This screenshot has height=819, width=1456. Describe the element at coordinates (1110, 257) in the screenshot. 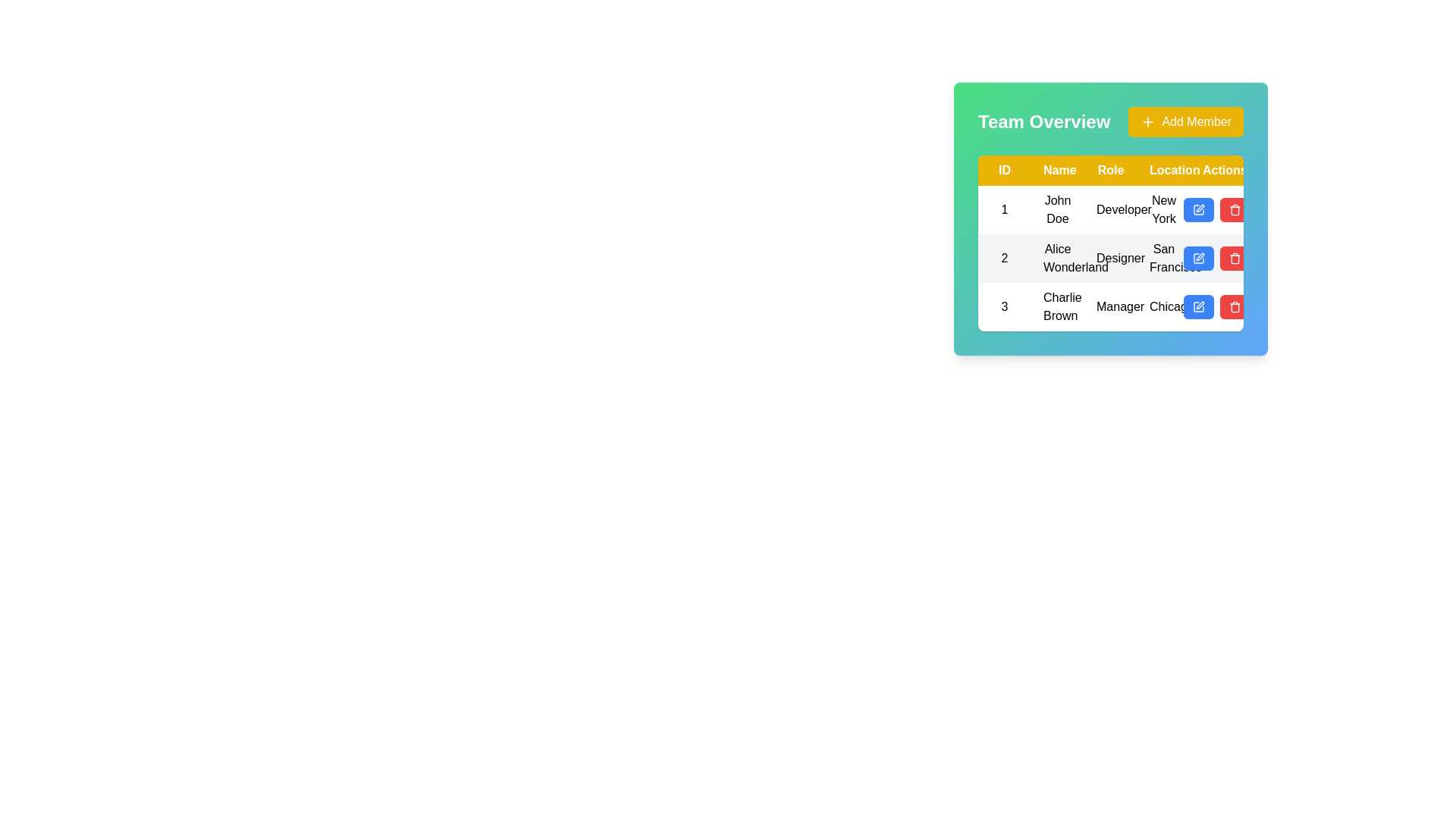

I see `the second row of the 'Team Overview' table, which contains the user entry for 'Alice Wonderland'` at that location.